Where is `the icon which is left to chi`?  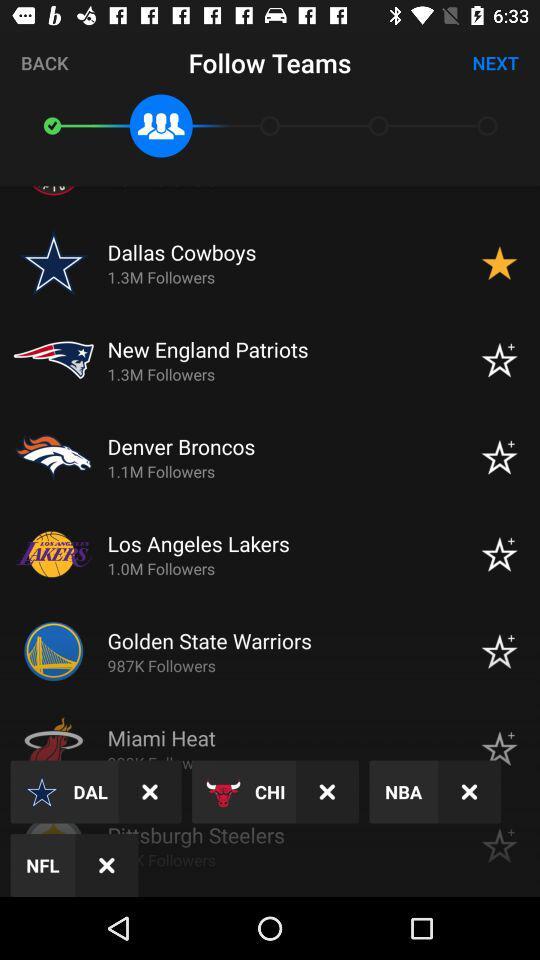
the icon which is left to chi is located at coordinates (222, 792).